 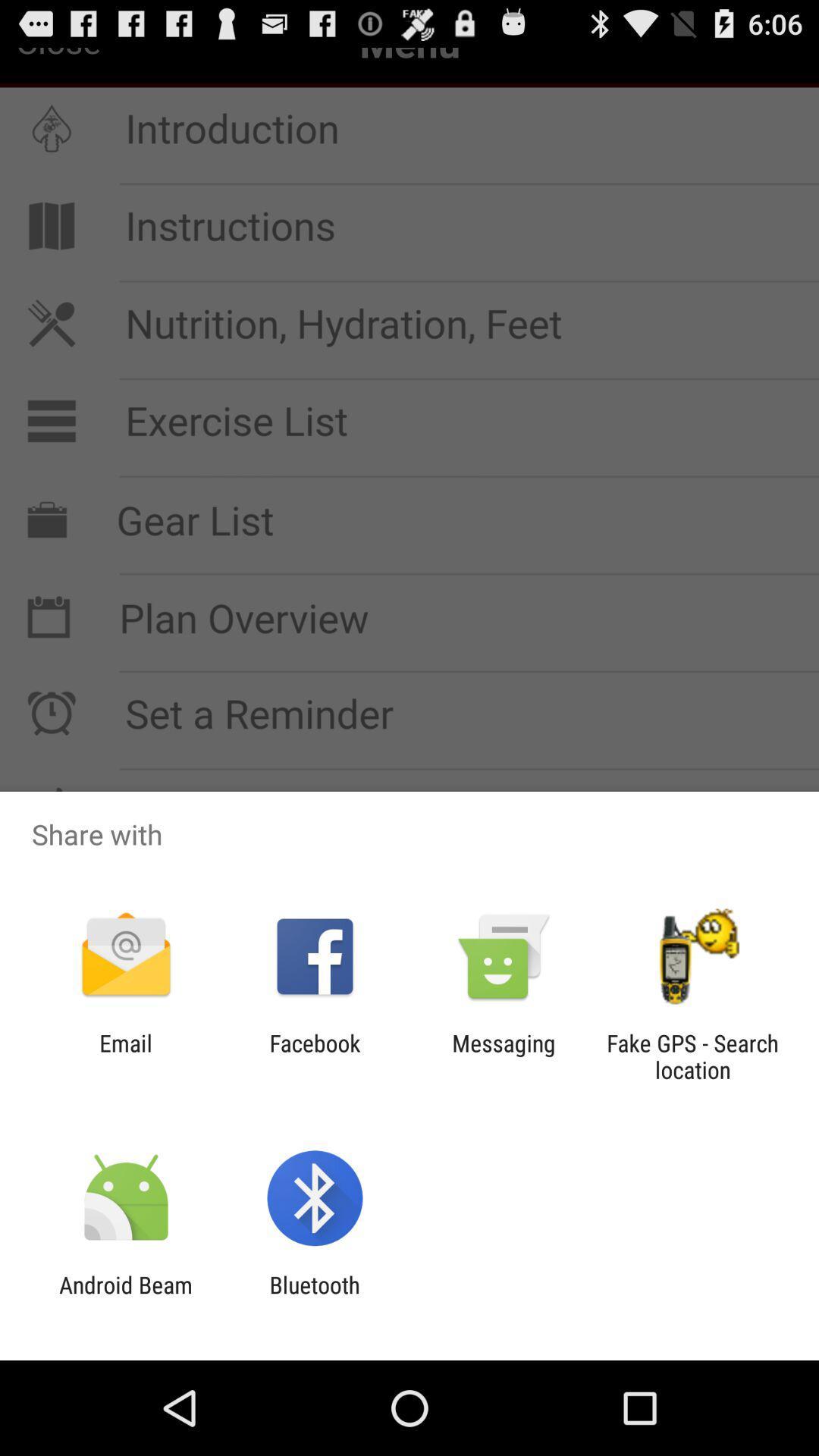 I want to click on item next to the fake gps search, so click(x=504, y=1056).